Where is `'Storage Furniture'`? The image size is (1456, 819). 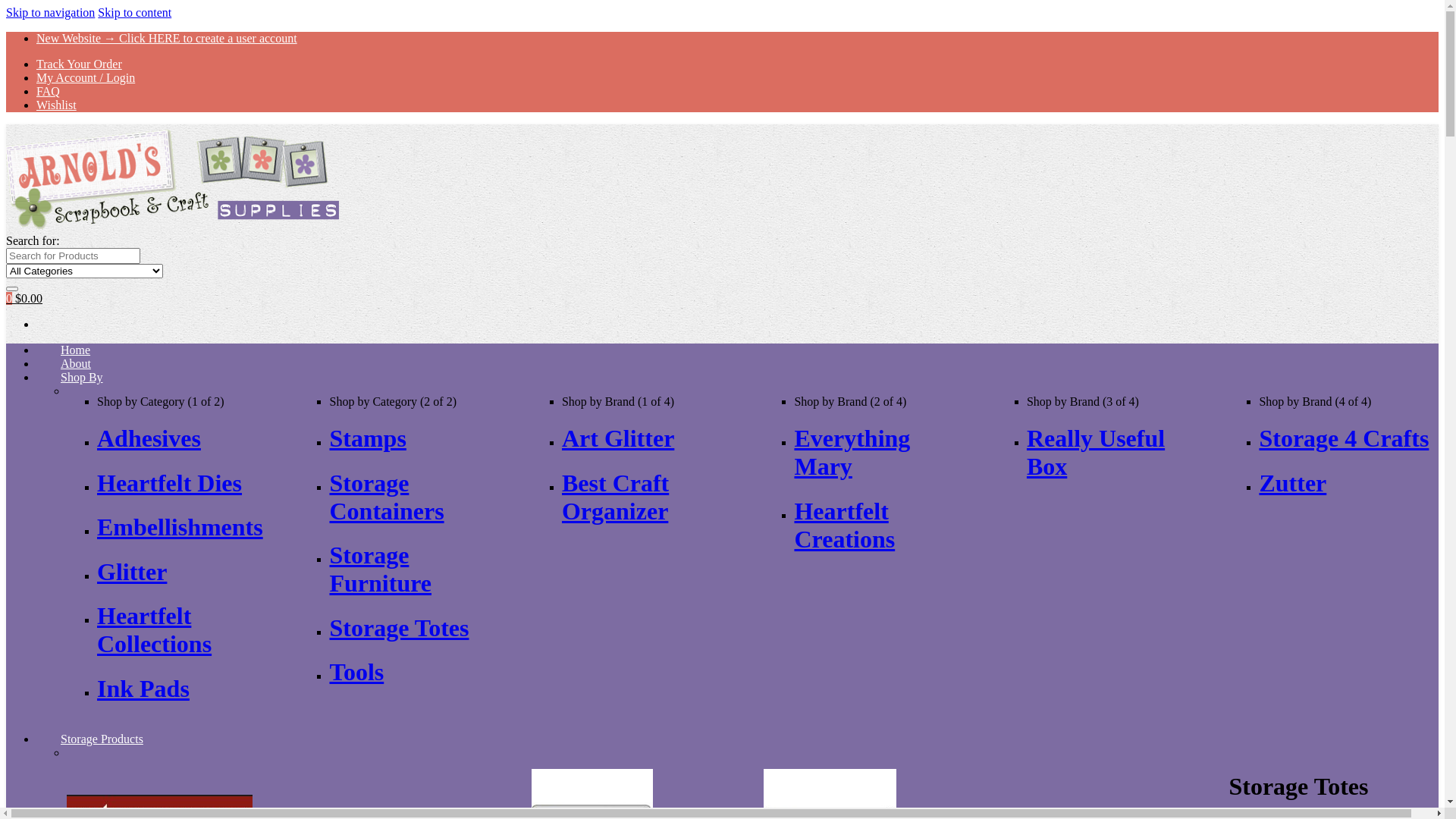 'Storage Furniture' is located at coordinates (380, 569).